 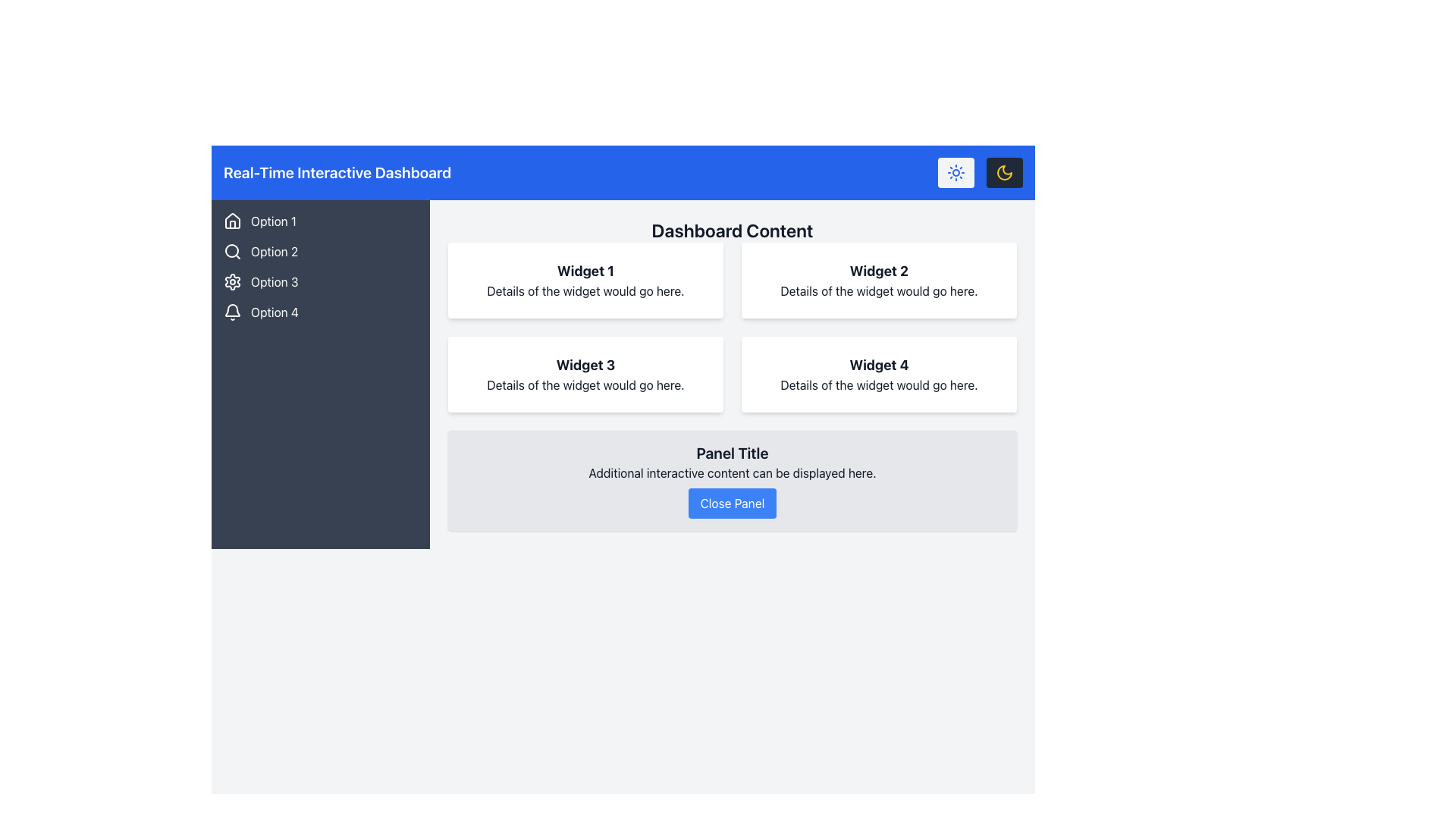 I want to click on the text label that reads 'Widget 3', which is formatted in a bold and large font and positioned at the top of the panel with a white background, so click(x=585, y=366).